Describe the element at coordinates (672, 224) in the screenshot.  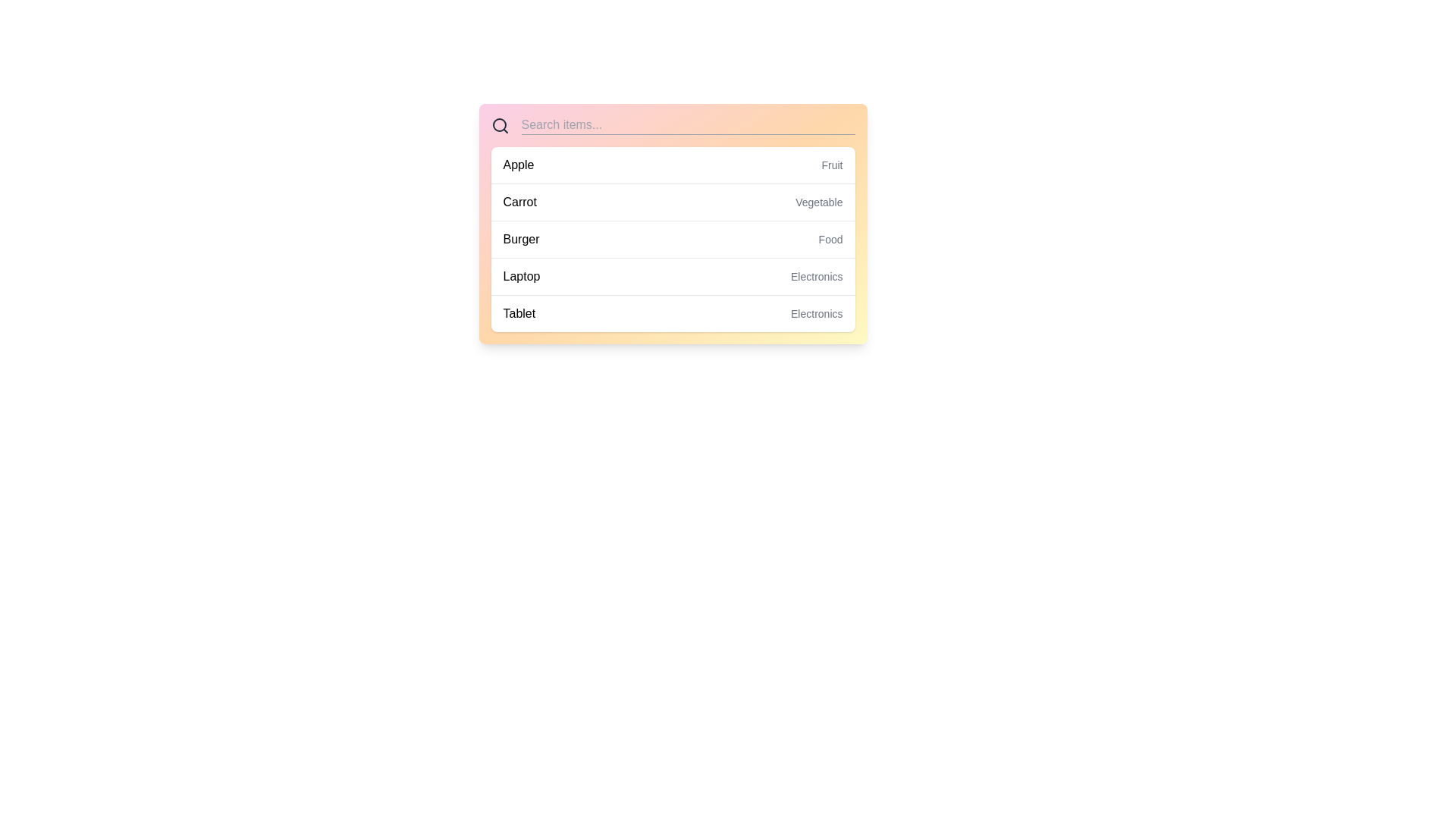
I see `the third list item labeled 'Burger'` at that location.